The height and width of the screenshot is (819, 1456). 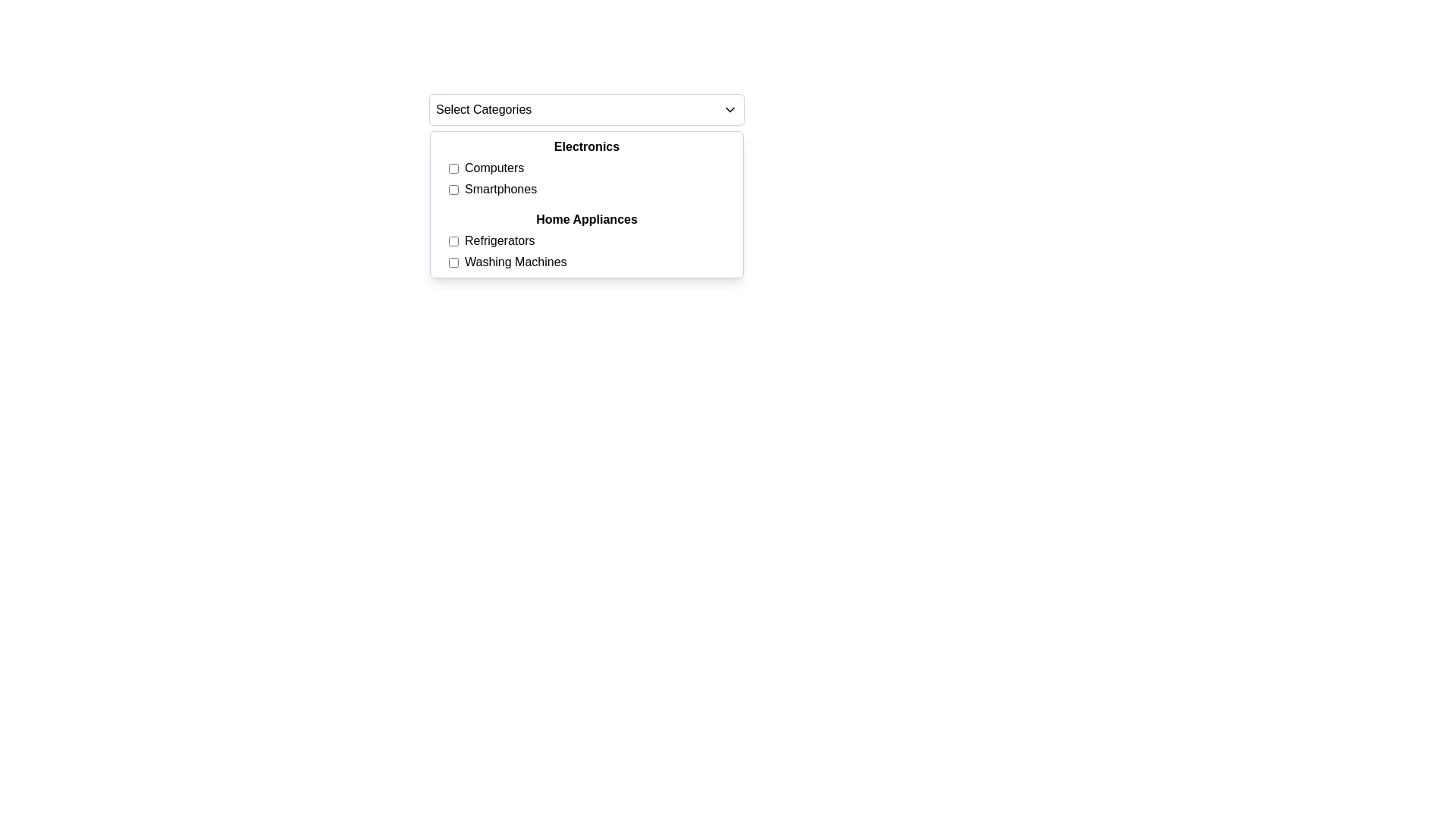 What do you see at coordinates (585, 146) in the screenshot?
I see `the category label in the dropdown menu labeled 'Select Categories' that is positioned above 'Computers' and 'Smartphones'` at bounding box center [585, 146].